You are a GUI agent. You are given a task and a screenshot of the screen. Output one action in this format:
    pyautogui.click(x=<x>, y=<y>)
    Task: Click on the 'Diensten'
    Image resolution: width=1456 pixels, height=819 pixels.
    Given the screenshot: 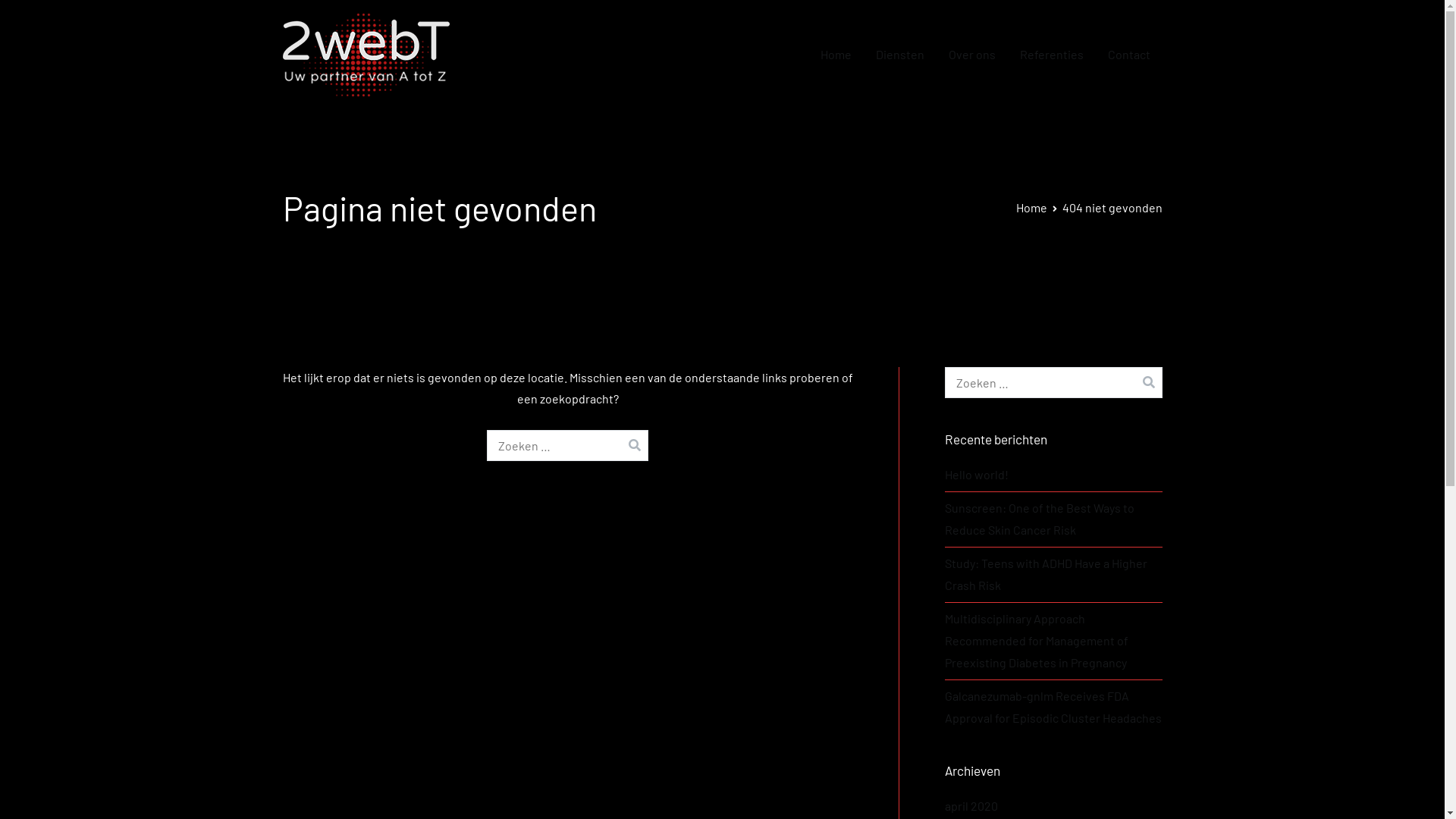 What is the action you would take?
    pyautogui.click(x=899, y=54)
    